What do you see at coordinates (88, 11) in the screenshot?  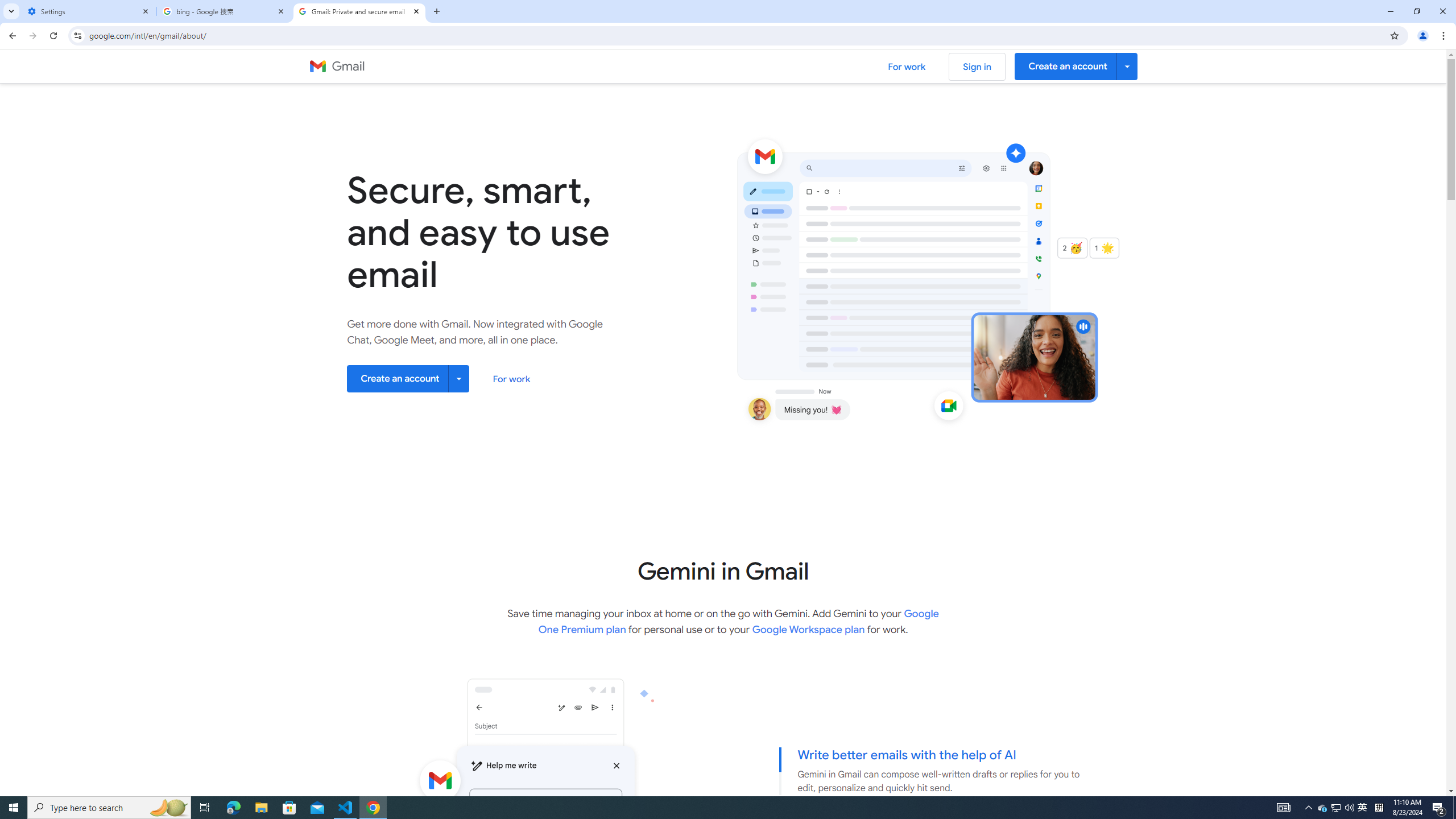 I see `'Settings'` at bounding box center [88, 11].